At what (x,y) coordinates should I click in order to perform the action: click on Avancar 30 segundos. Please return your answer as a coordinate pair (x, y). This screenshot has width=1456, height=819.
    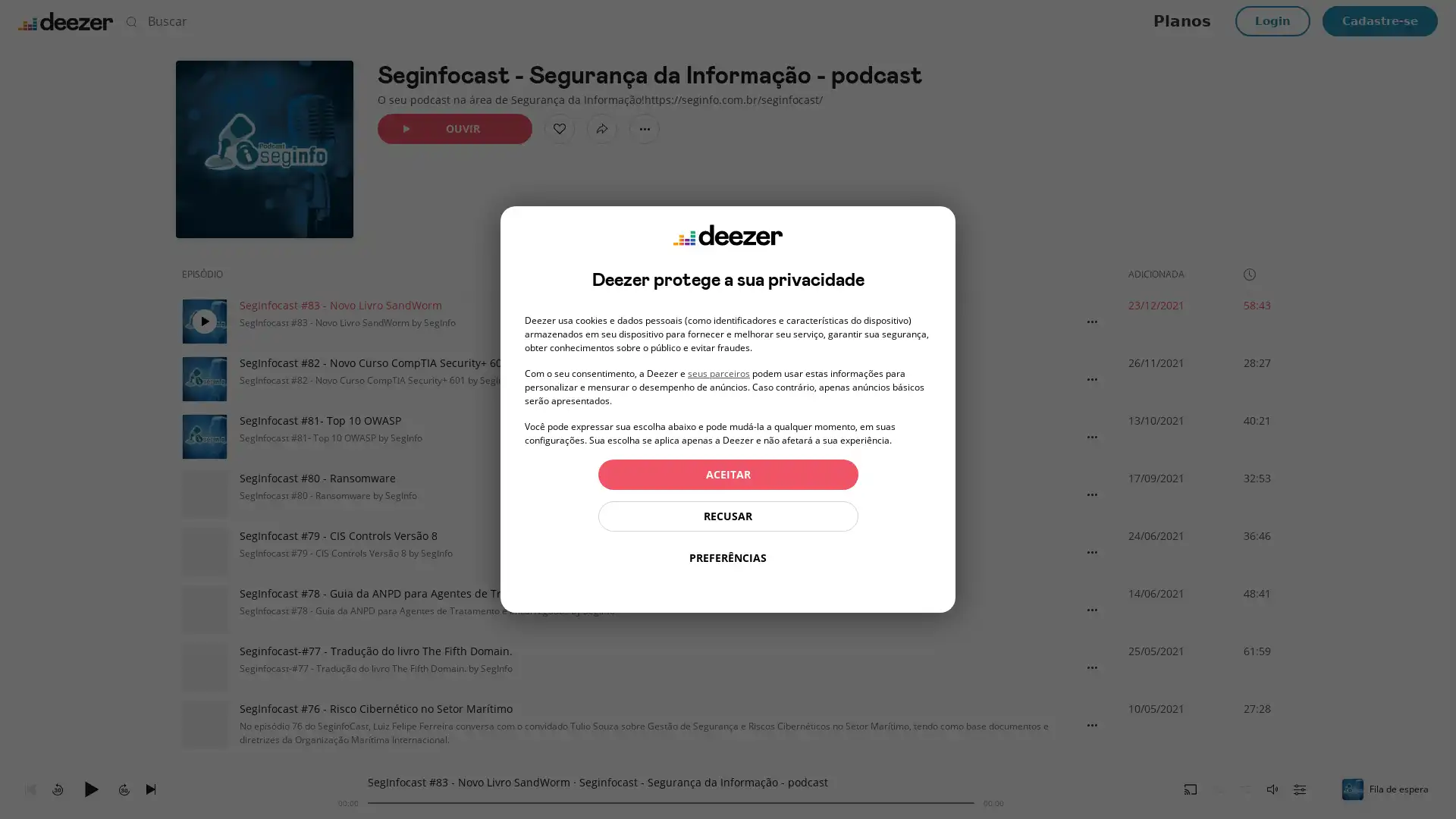
    Looking at the image, I should click on (124, 788).